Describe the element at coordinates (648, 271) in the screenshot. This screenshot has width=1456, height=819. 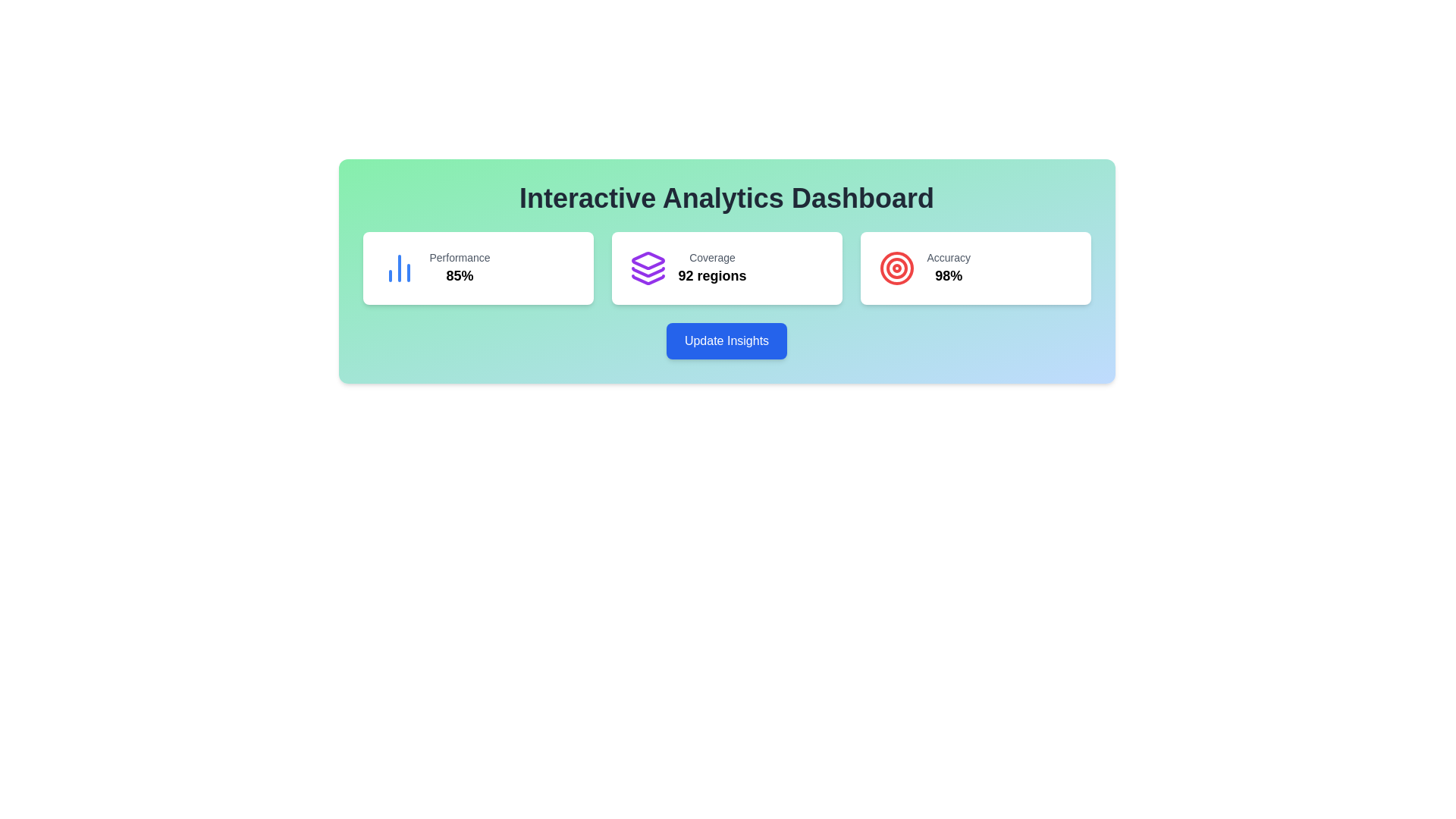
I see `the middle layer of the three-layered stack icon in the Interactive Analytics Dashboard, which is represented by a purple outlined angular shape` at that location.